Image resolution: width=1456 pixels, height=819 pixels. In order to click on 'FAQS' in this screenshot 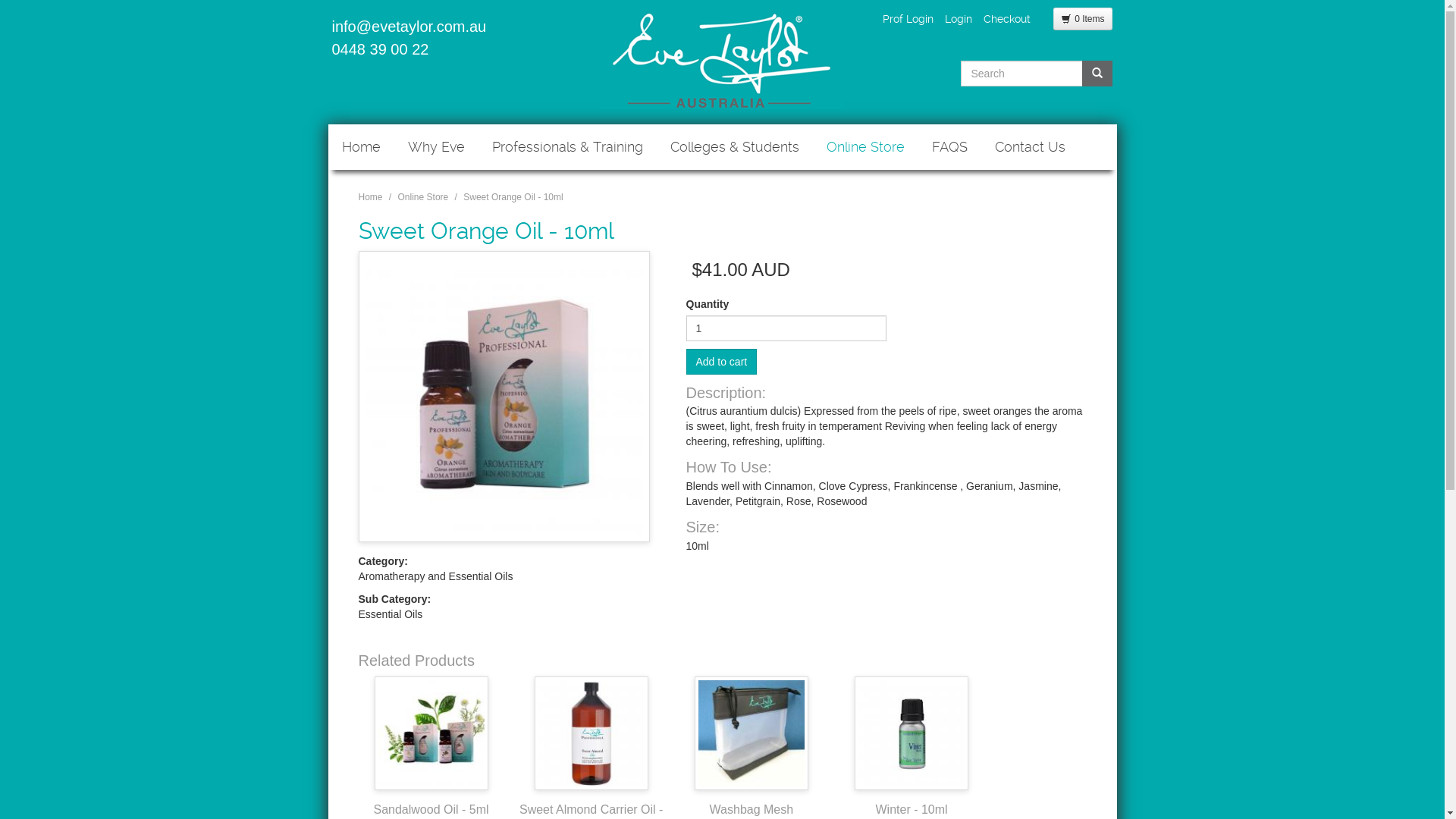, I will do `click(916, 146)`.